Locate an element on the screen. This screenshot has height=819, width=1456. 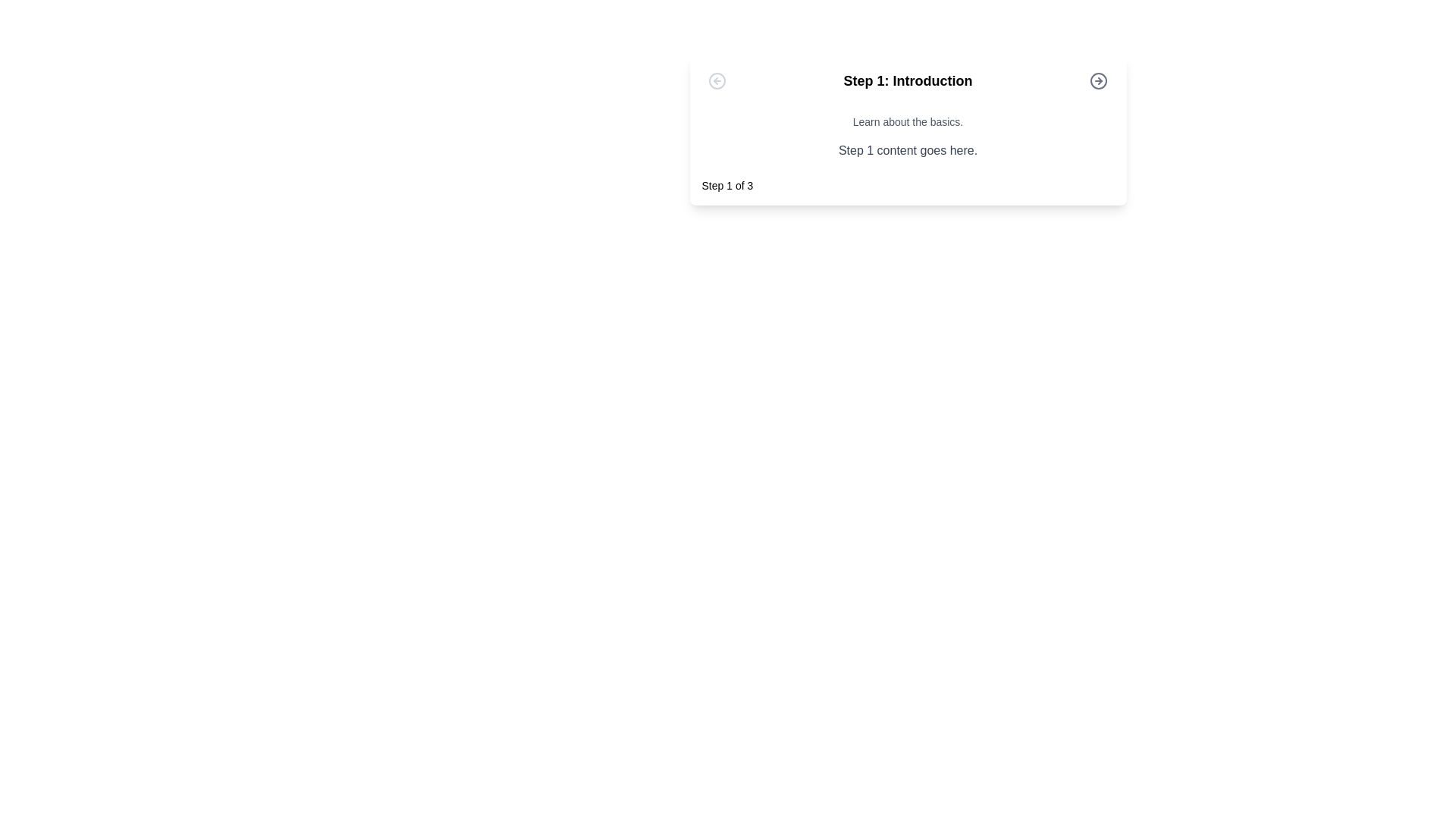
the circular navigational button located in the top-right corner of the rectangular card is located at coordinates (1099, 81).